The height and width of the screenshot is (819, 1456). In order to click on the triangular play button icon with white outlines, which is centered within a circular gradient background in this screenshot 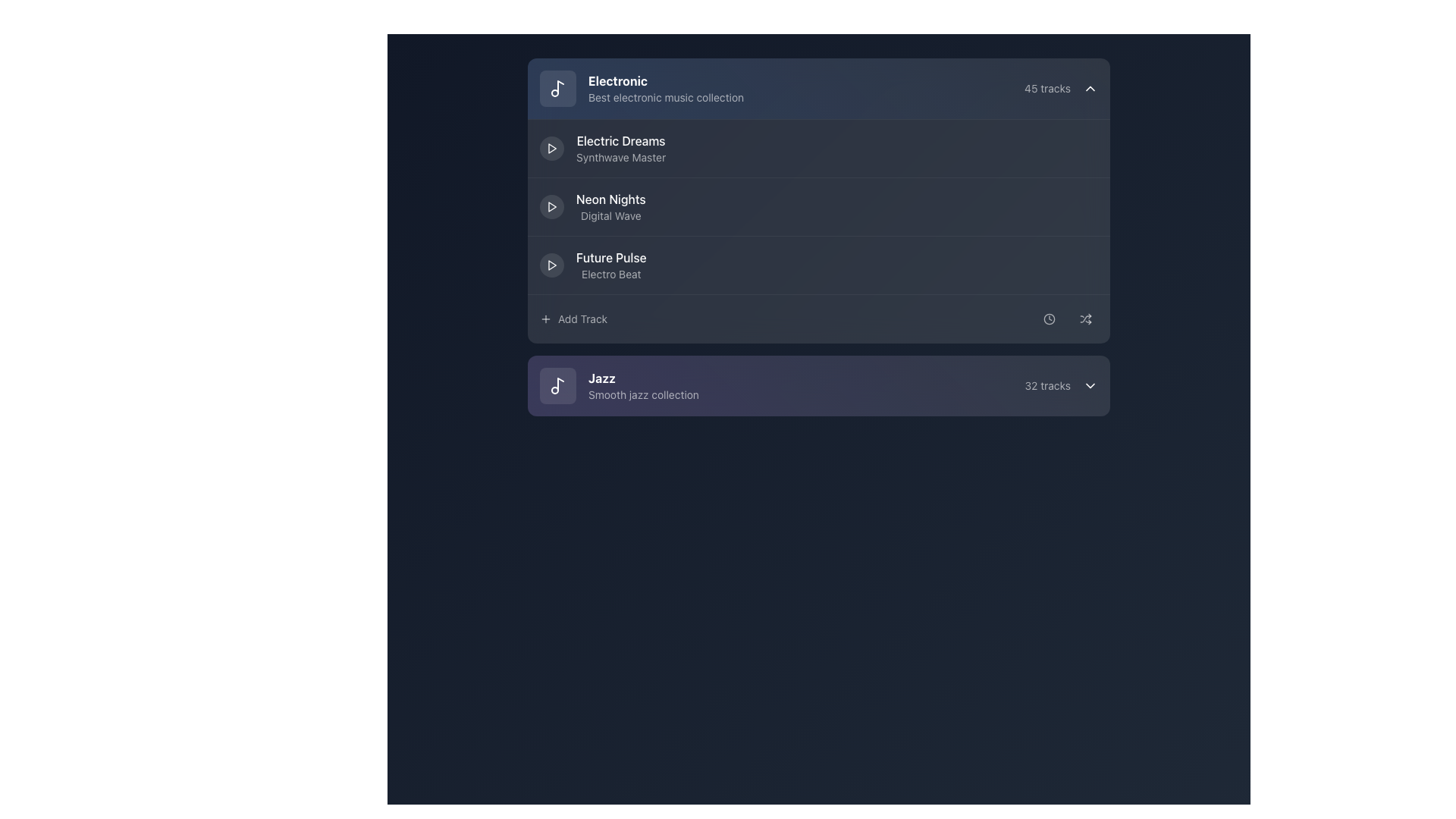, I will do `click(551, 149)`.